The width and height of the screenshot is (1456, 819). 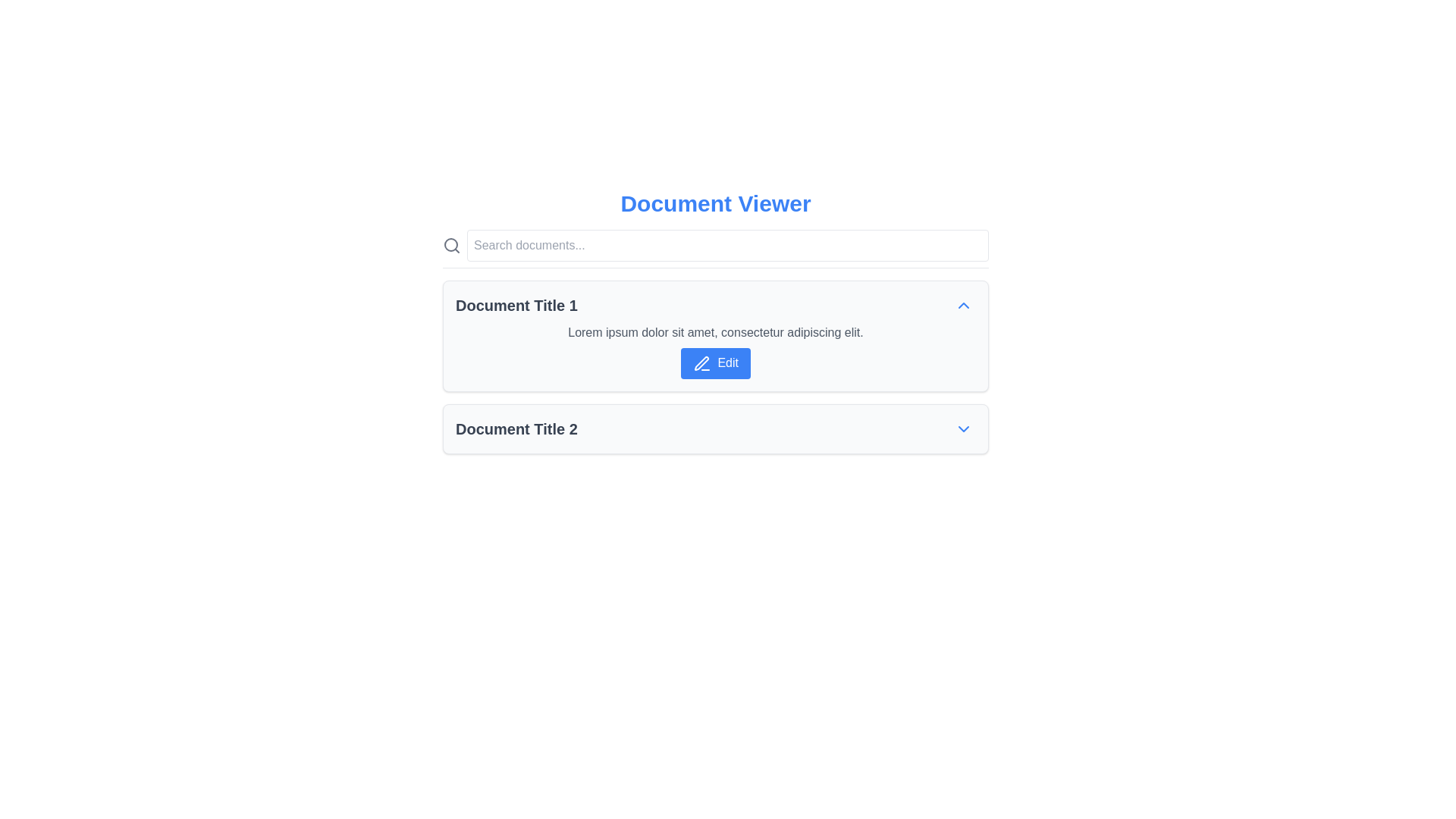 I want to click on the gray search icon resembling a magnifying glass located to the left of the search bar with the placeholder 'Search documents...', so click(x=450, y=245).